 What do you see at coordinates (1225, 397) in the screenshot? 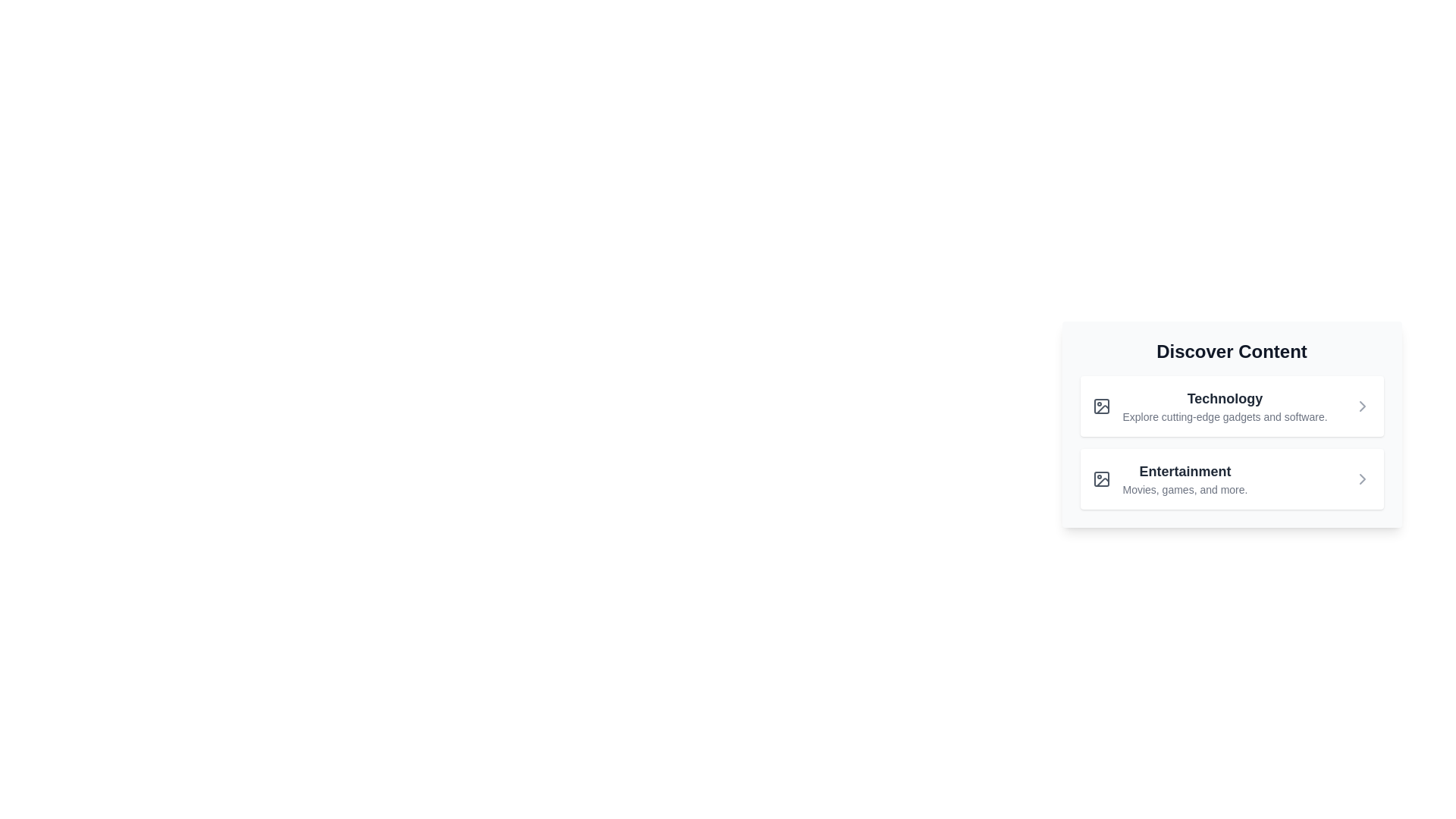
I see `text from the Label element located at the top-left corner of its block, which is above the line 'Explore cutting-edge gadgets and software.'` at bounding box center [1225, 397].